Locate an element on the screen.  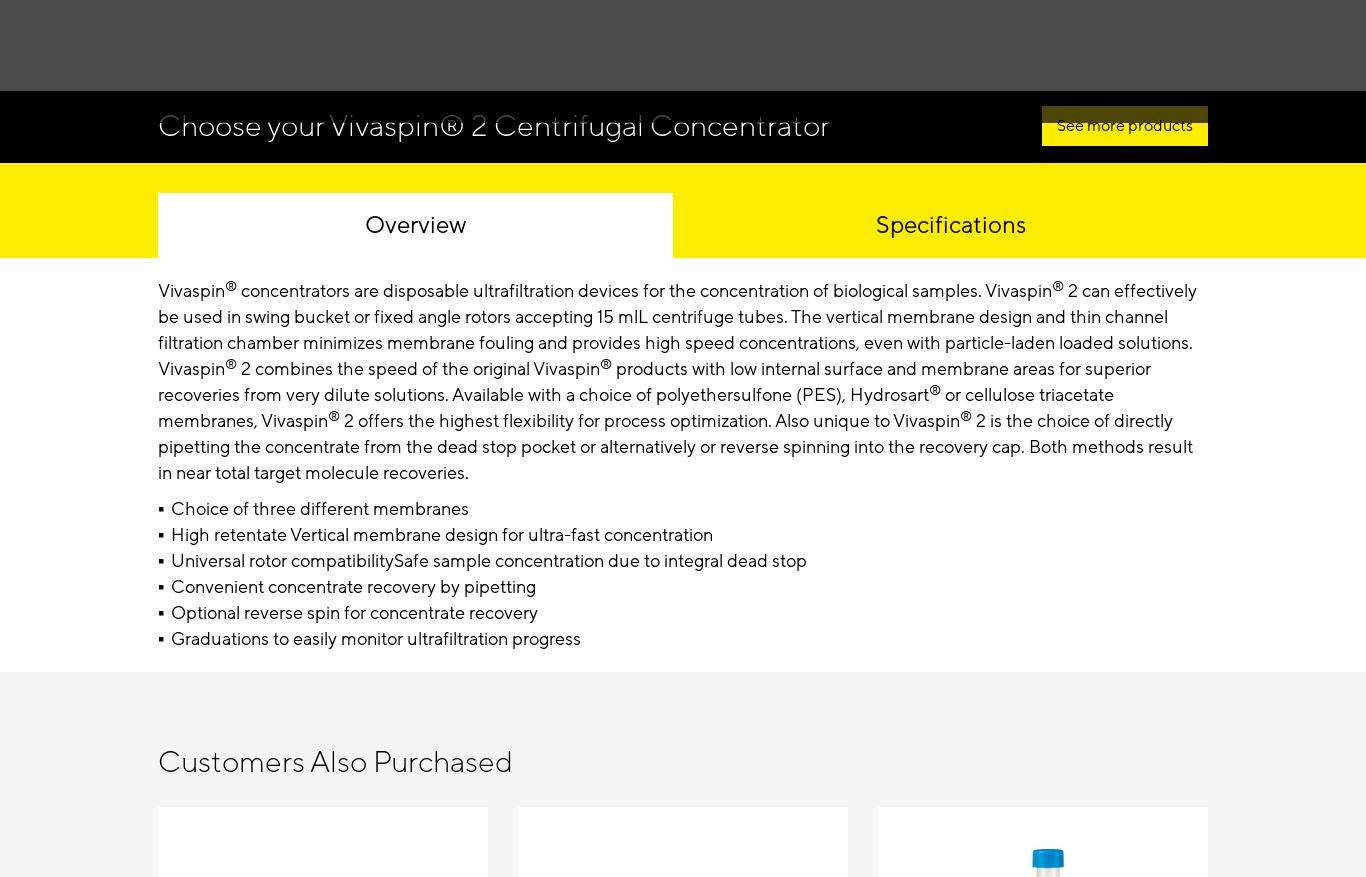
'Optional reverse spin for concentrate recovery' is located at coordinates (352, 612).